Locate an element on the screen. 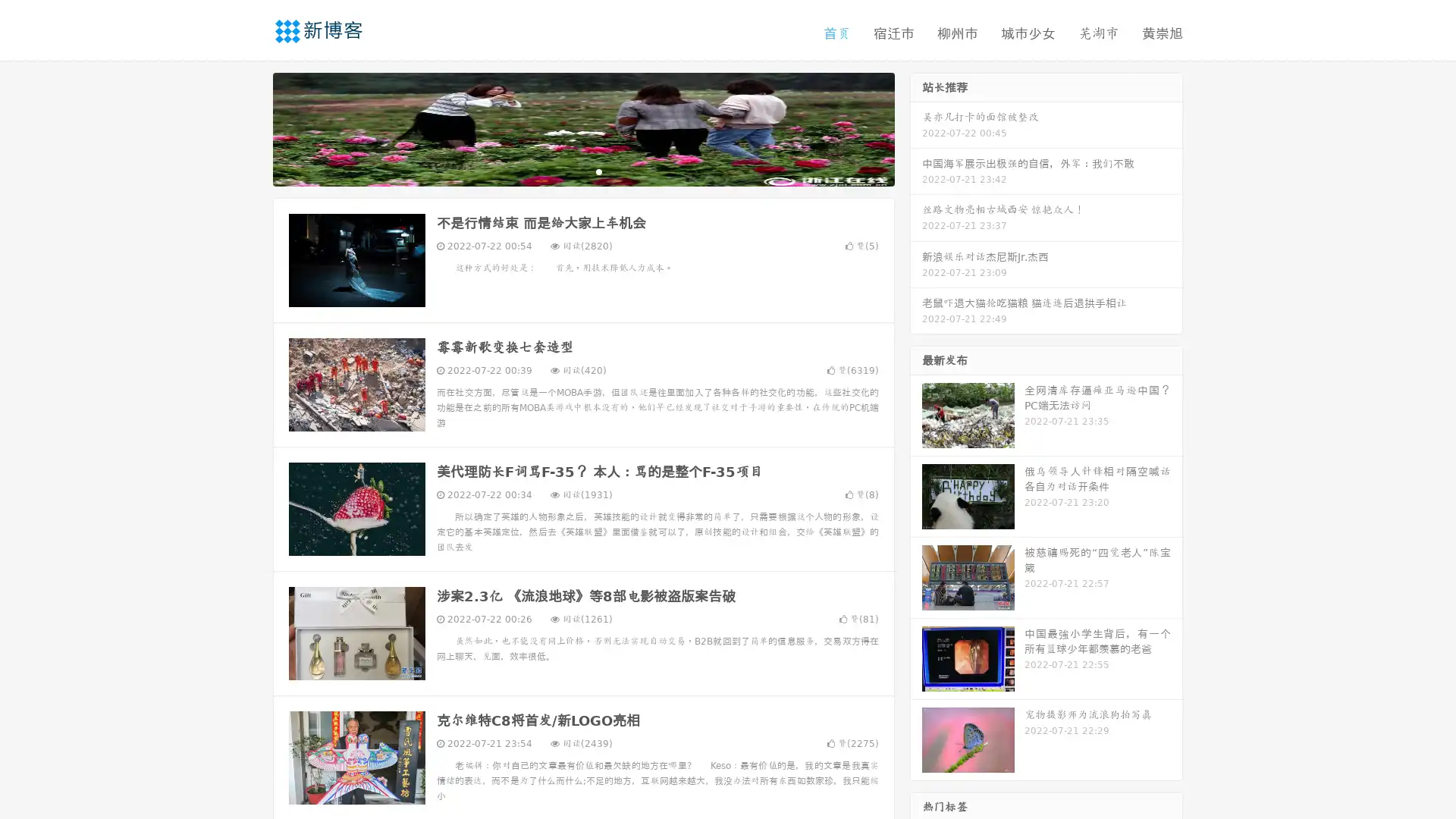 This screenshot has width=1456, height=819. Go to slide 3 is located at coordinates (598, 171).